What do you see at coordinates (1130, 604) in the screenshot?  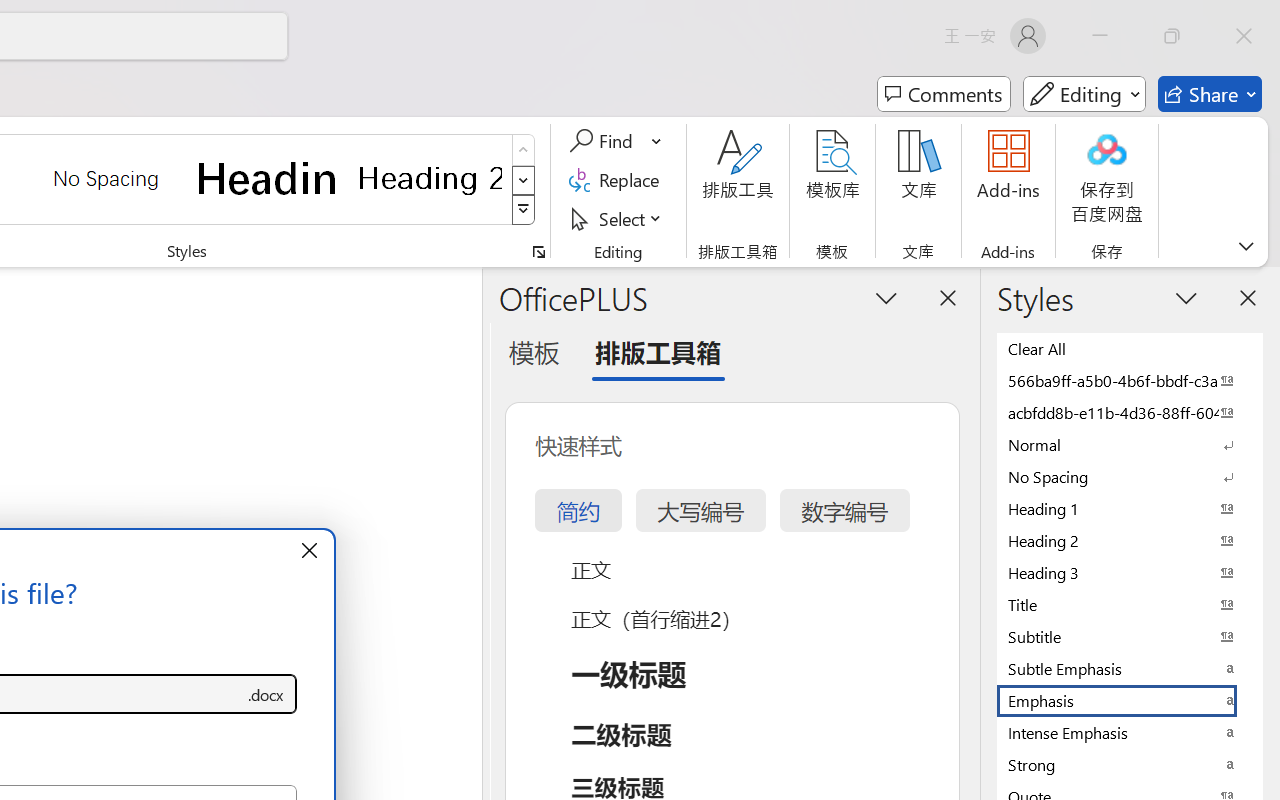 I see `'Title'` at bounding box center [1130, 604].